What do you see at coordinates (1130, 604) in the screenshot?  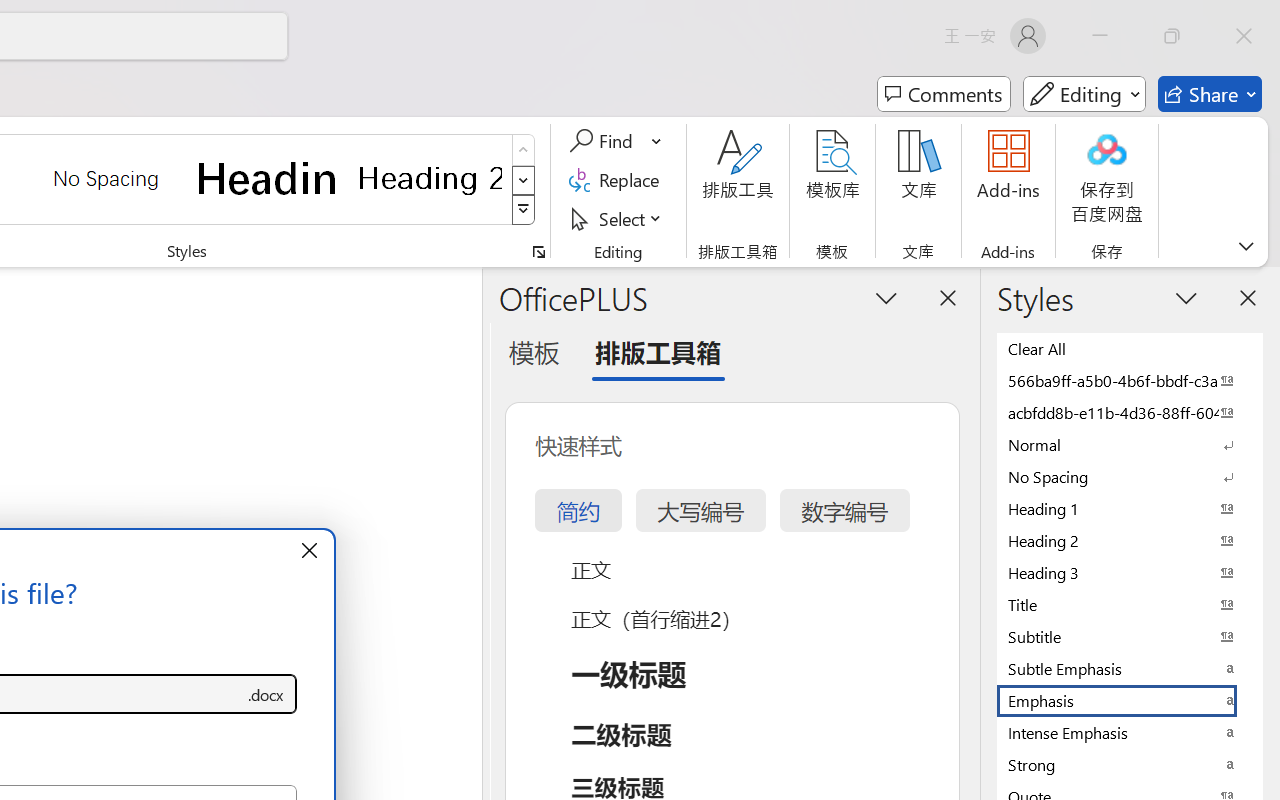 I see `'Title'` at bounding box center [1130, 604].